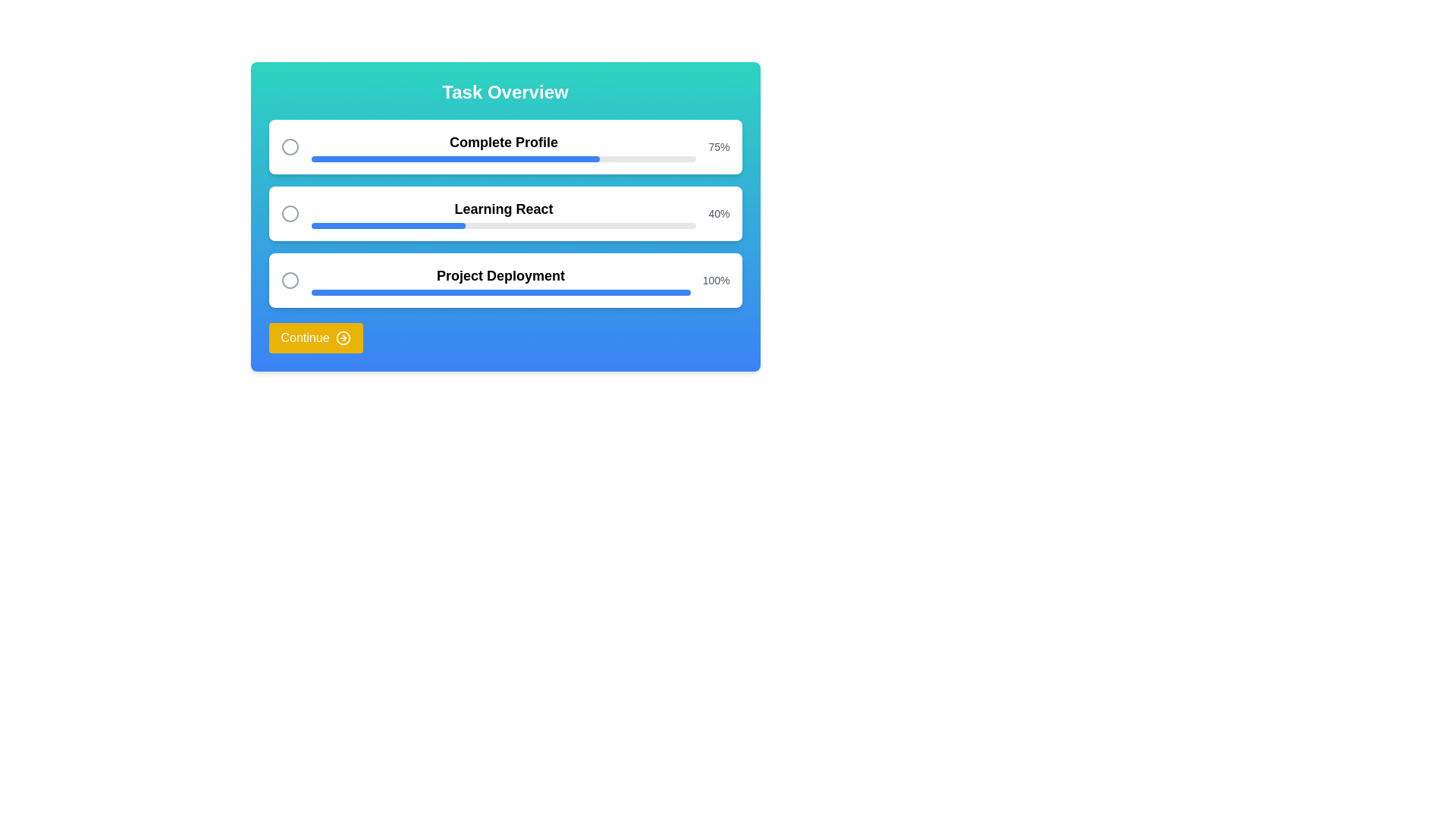 The image size is (1456, 819). I want to click on the custom styled radio button icon associated with the 'Project Deployment' task, so click(290, 281).